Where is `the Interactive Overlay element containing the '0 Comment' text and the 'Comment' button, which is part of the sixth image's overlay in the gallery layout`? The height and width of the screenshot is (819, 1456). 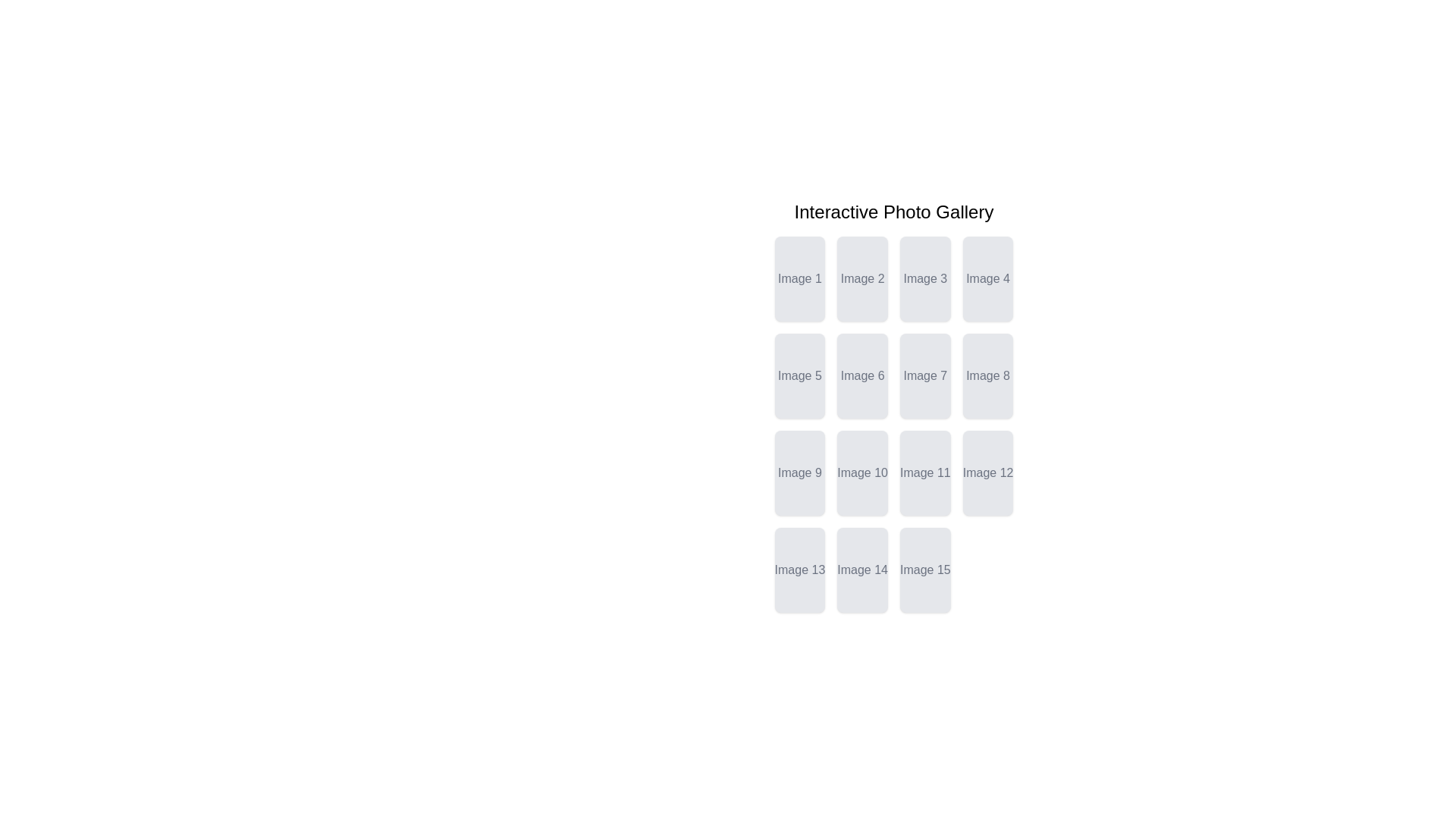 the Interactive Overlay element containing the '0 Comment' text and the 'Comment' button, which is part of the sixth image's overlay in the gallery layout is located at coordinates (862, 388).